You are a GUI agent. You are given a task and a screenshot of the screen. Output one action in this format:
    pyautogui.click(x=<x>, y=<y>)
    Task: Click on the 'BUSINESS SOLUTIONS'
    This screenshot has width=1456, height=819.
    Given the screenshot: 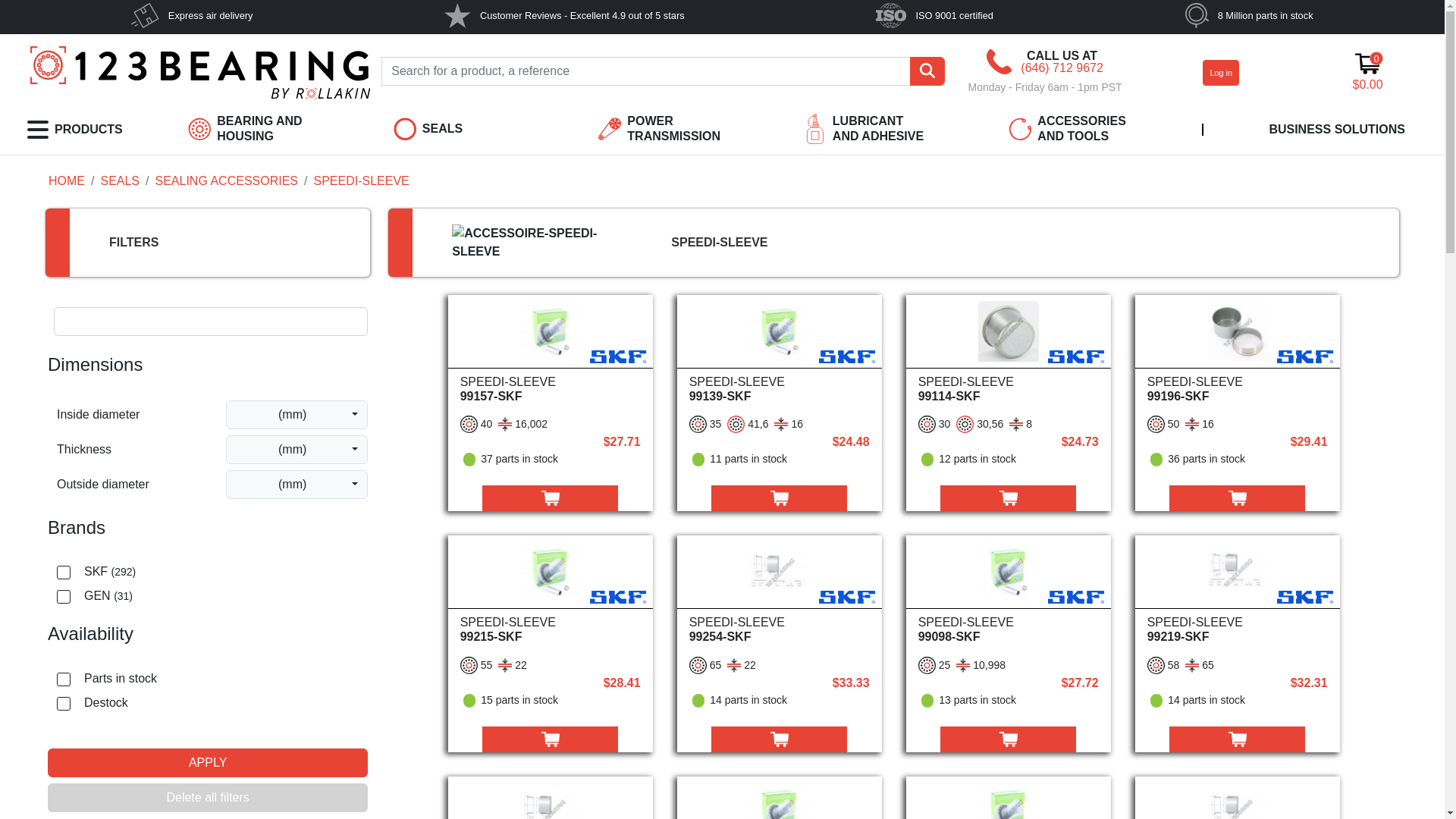 What is the action you would take?
    pyautogui.click(x=1336, y=130)
    